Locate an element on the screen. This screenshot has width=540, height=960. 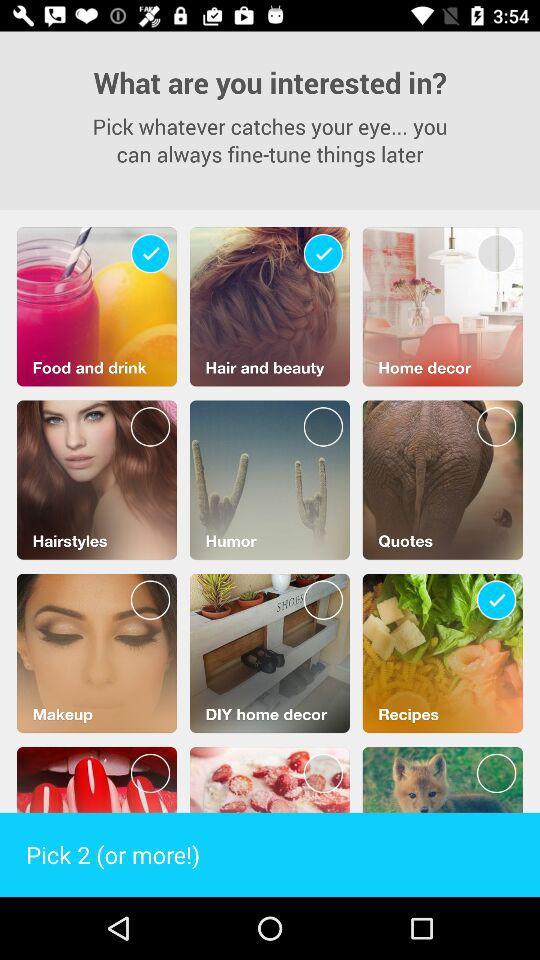
the pick 2 or is located at coordinates (270, 853).